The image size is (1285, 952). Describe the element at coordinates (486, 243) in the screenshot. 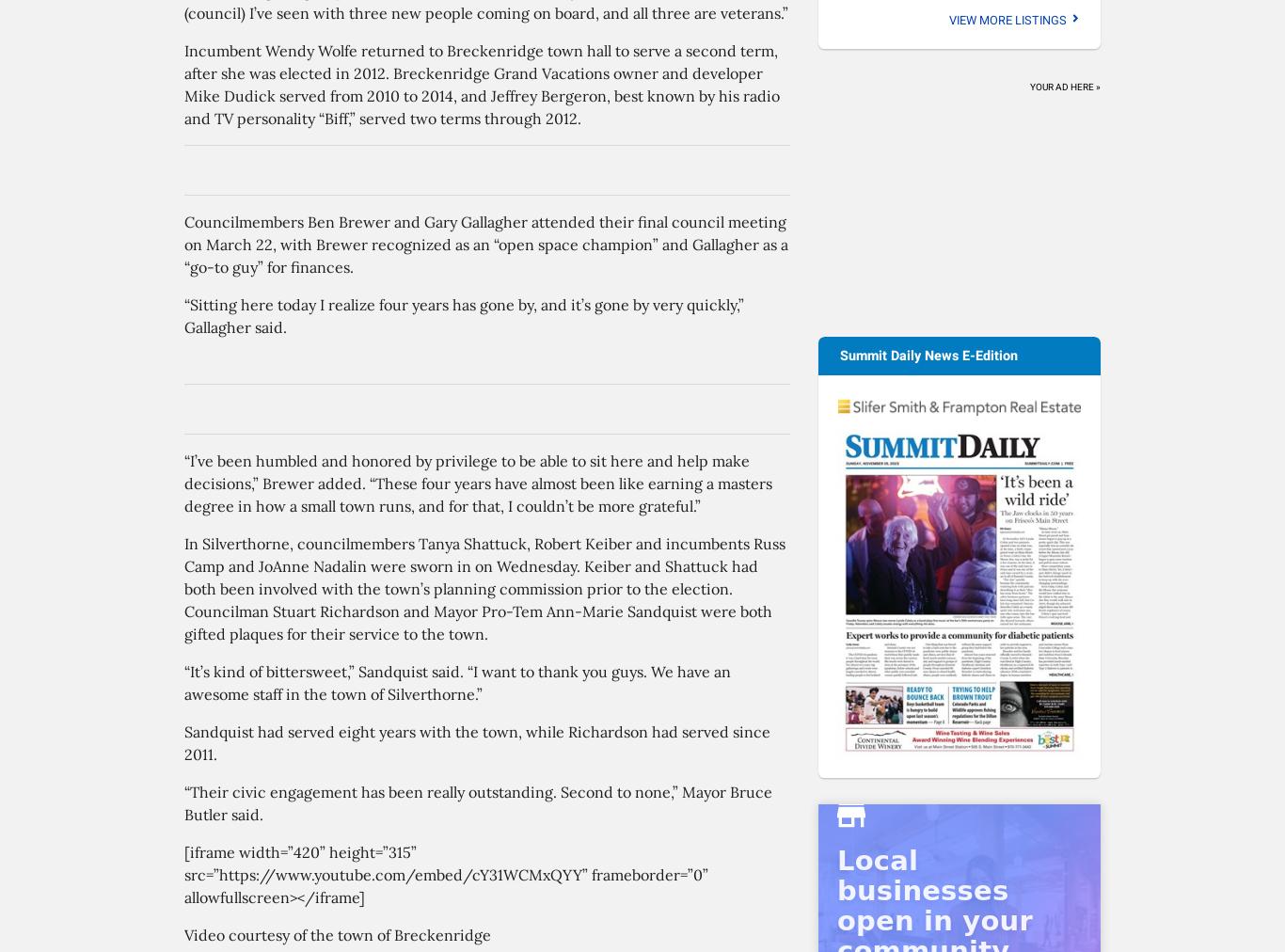

I see `'Councilmembers Ben Brewer and Gary Gallagher attended their final council meeting on March 22, with Brewer recognized as an “open space champion” and Gallagher as a “go-to guy” for finances.'` at that location.